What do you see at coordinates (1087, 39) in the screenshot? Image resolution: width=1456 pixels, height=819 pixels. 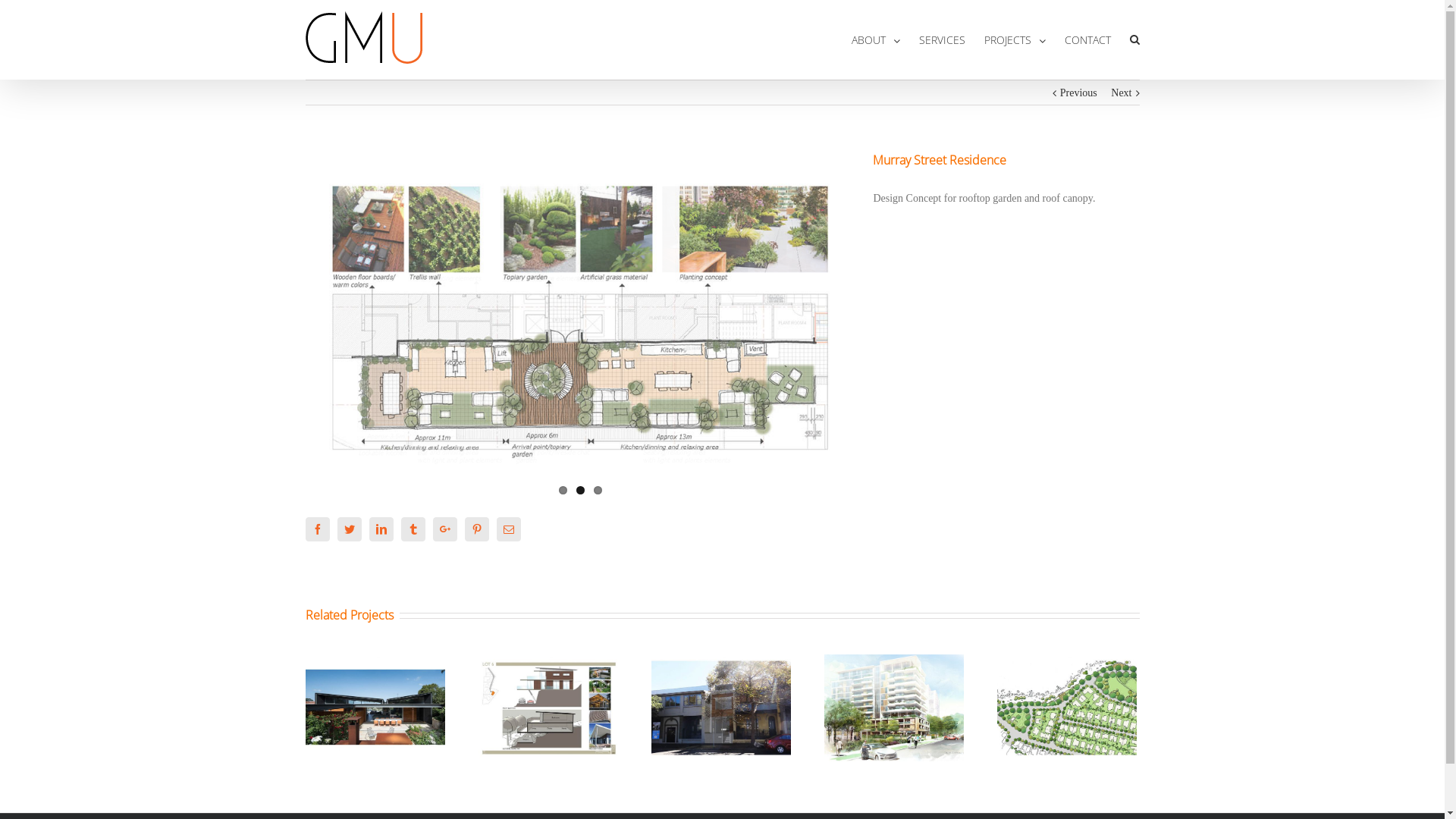 I see `'CONTACT'` at bounding box center [1087, 39].